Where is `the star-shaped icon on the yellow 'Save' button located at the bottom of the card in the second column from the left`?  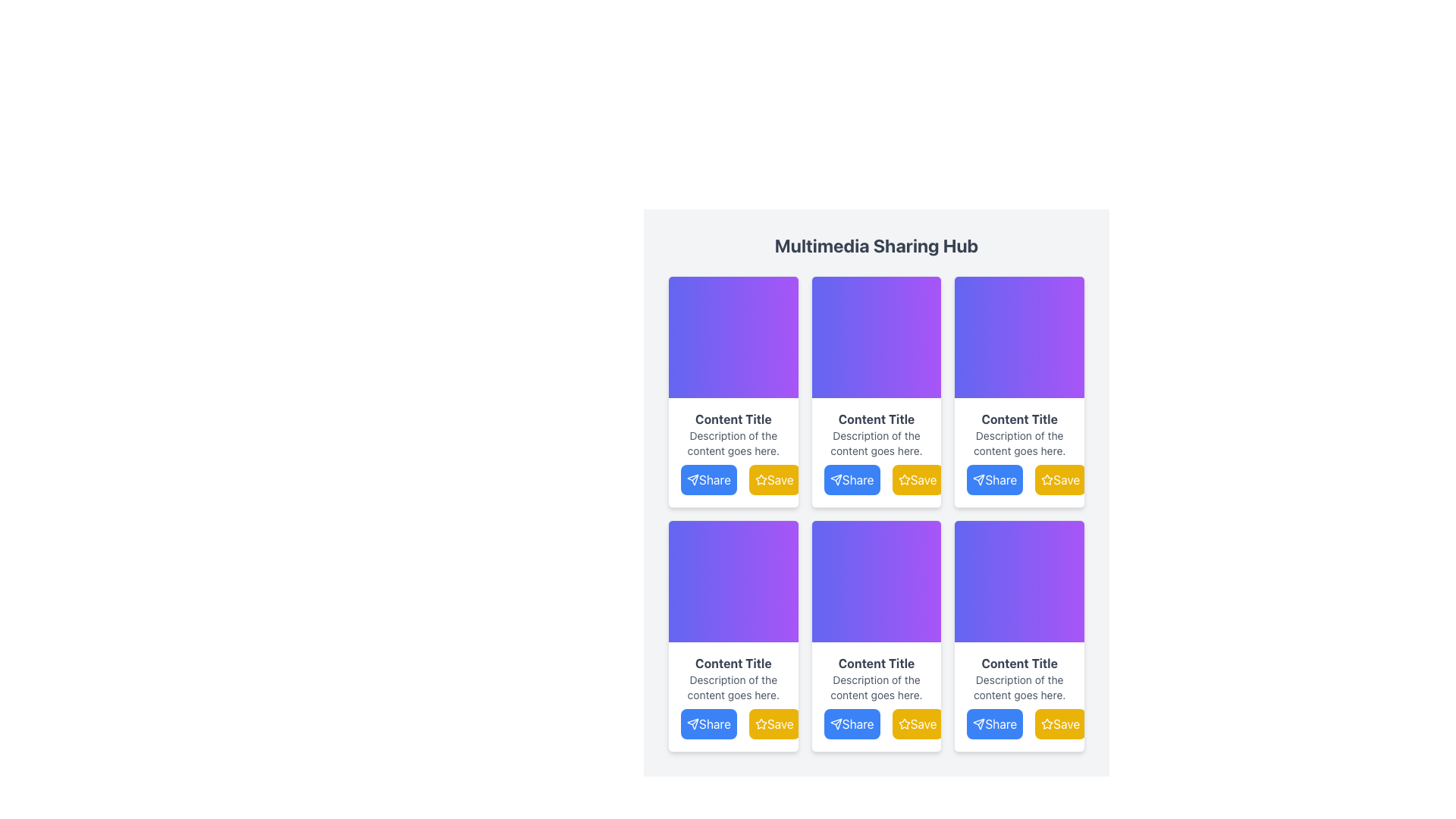
the star-shaped icon on the yellow 'Save' button located at the bottom of the card in the second column from the left is located at coordinates (904, 723).